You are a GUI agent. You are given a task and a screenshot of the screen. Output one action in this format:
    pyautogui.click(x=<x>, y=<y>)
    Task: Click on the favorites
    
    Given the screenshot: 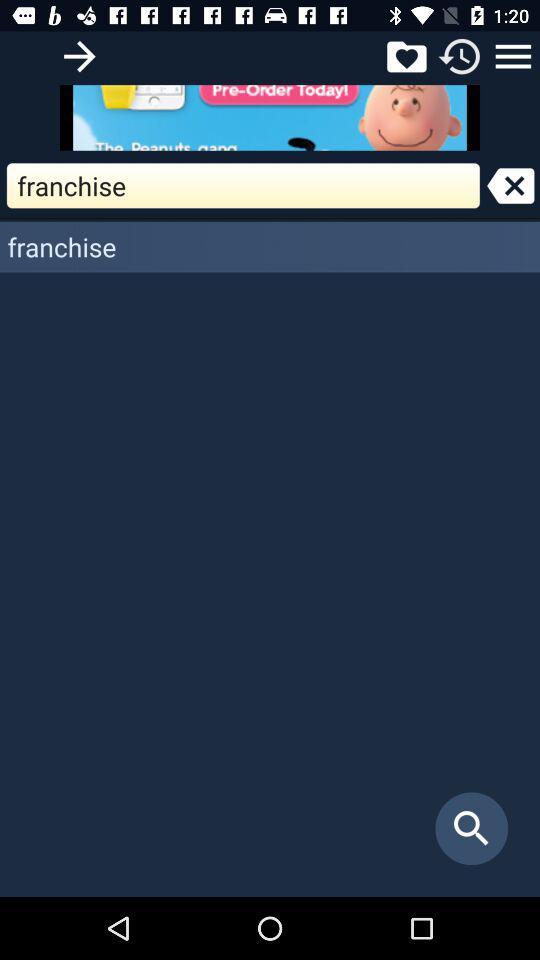 What is the action you would take?
    pyautogui.click(x=405, y=55)
    